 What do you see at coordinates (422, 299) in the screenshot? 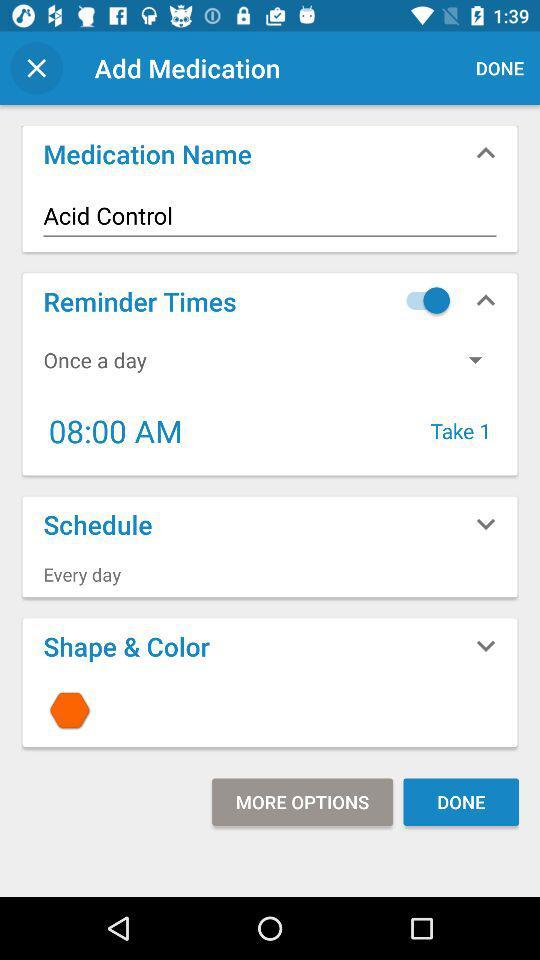
I see `item to the right of the reminder times item` at bounding box center [422, 299].